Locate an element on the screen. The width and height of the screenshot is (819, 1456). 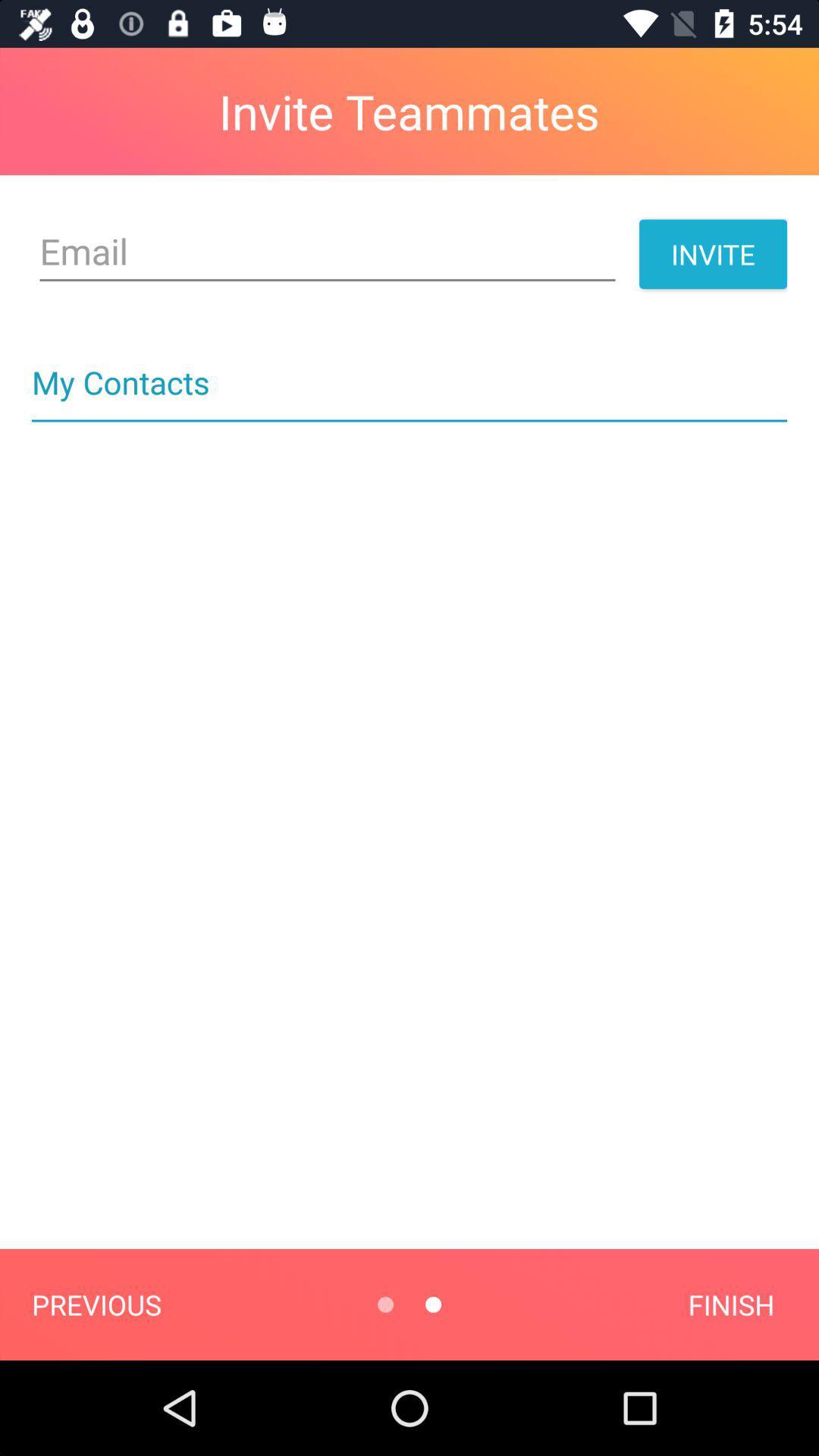
item at the bottom right corner is located at coordinates (730, 1304).